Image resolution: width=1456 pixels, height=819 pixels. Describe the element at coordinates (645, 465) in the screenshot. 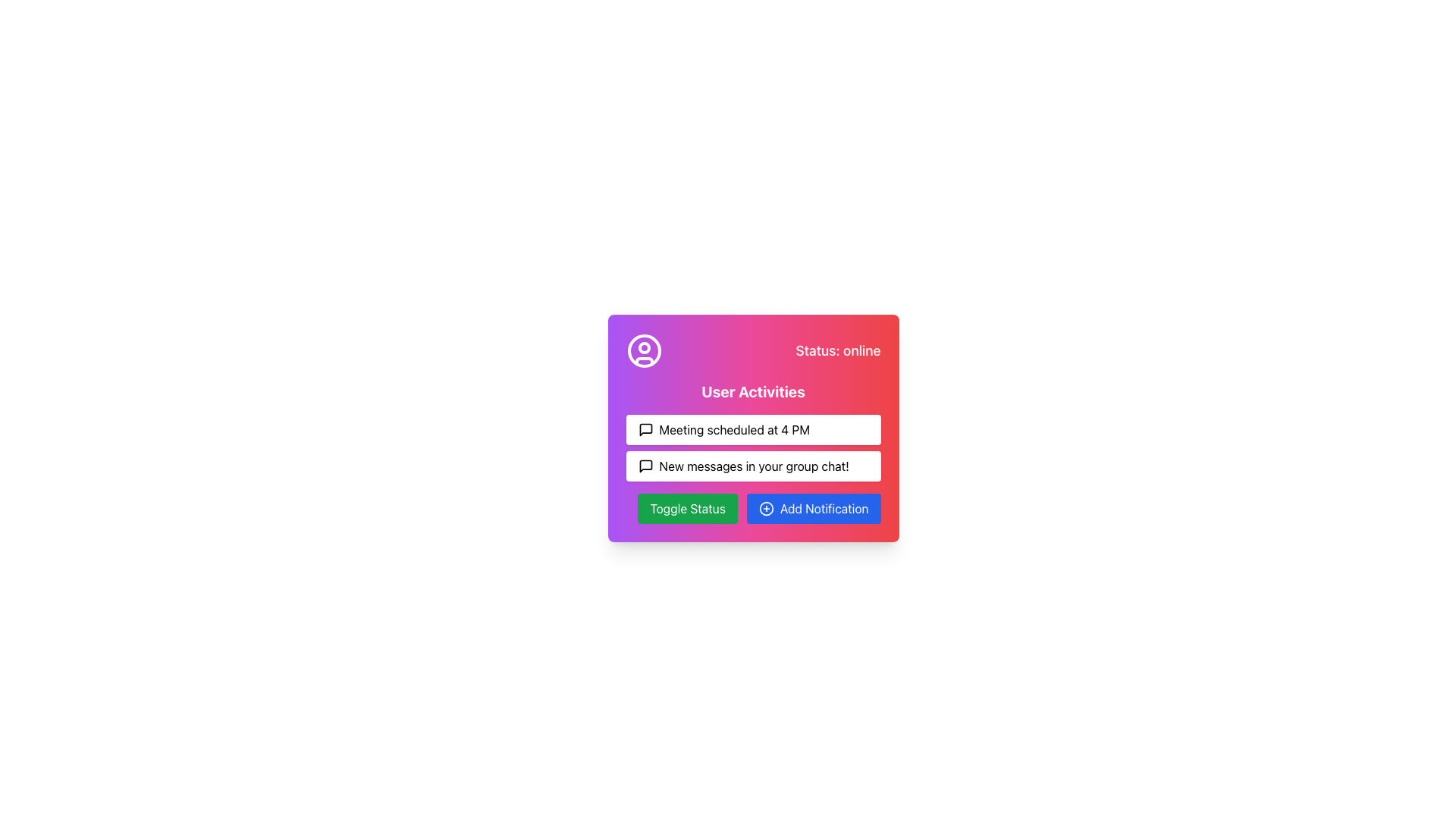

I see `the messaging-related icon located to the left of the text 'New messages in your group chat!' to observe its tooltip if present` at that location.